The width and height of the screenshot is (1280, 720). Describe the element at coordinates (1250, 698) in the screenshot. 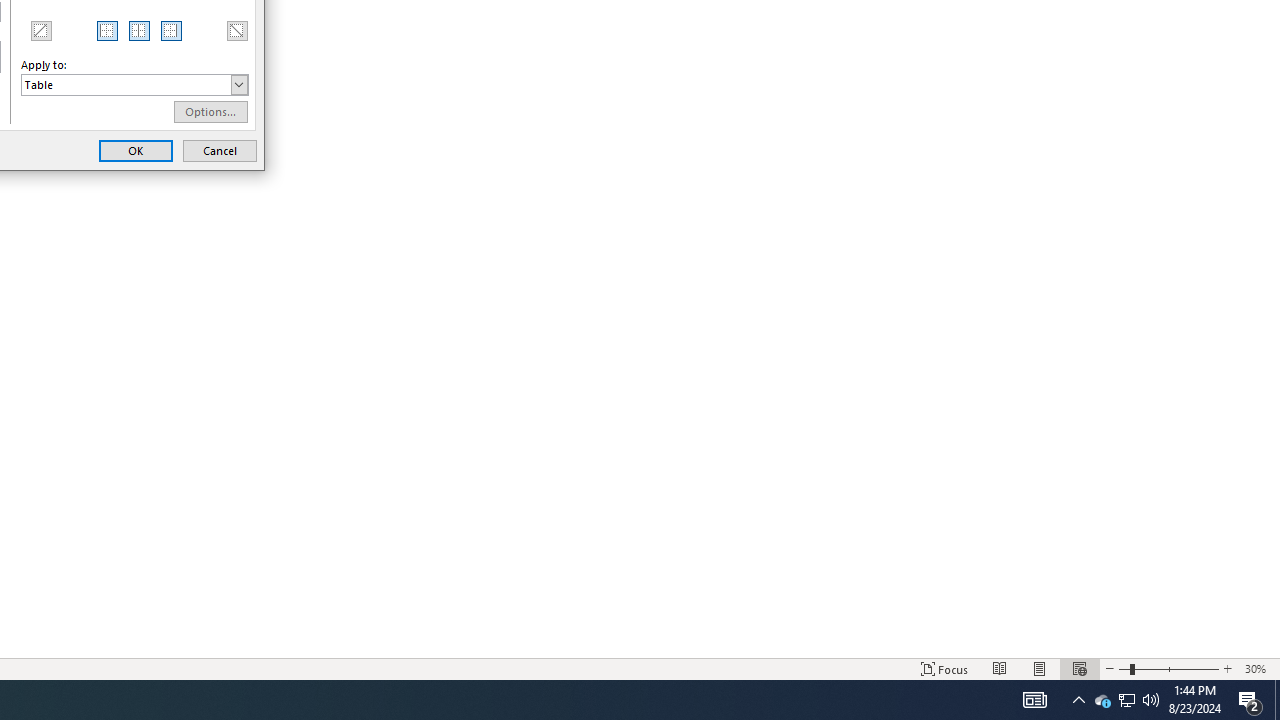

I see `'Action Center, 2 new notifications'` at that location.